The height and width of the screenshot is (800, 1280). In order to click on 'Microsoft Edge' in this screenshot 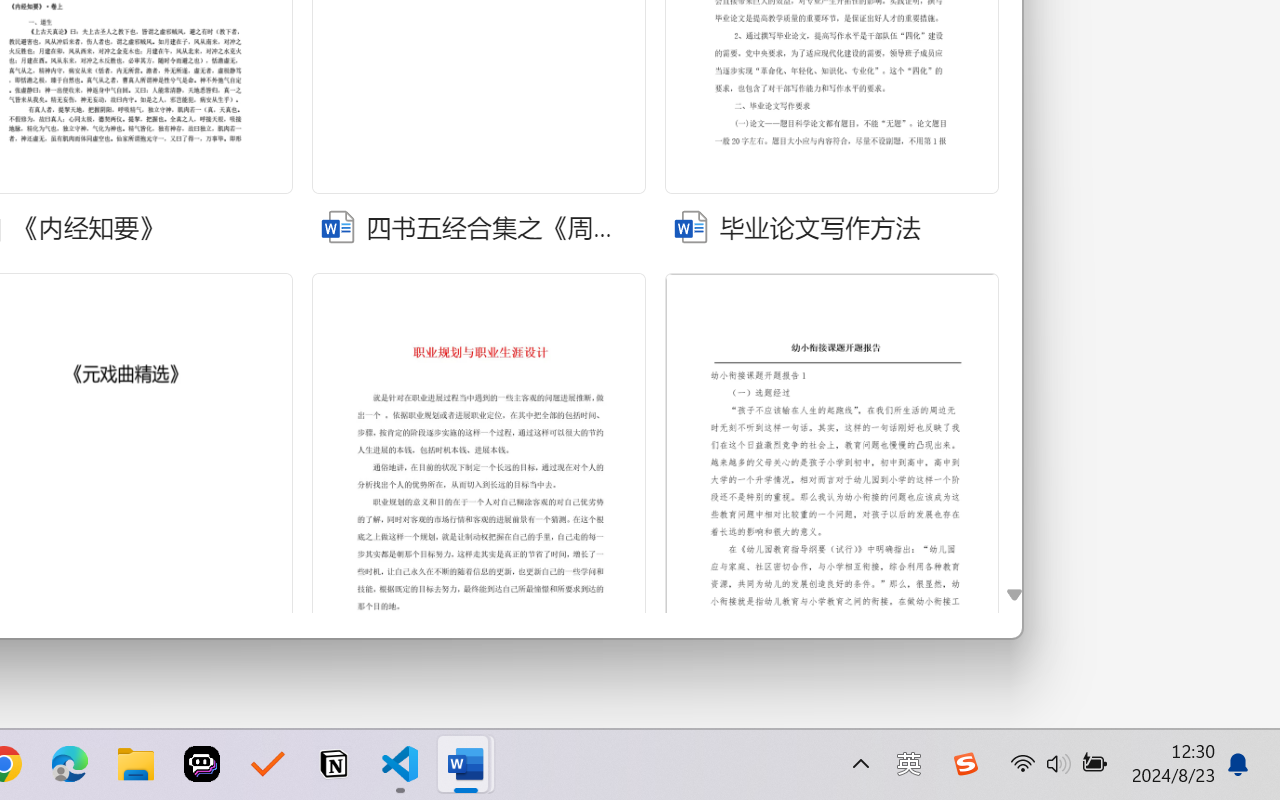, I will do `click(69, 764)`.